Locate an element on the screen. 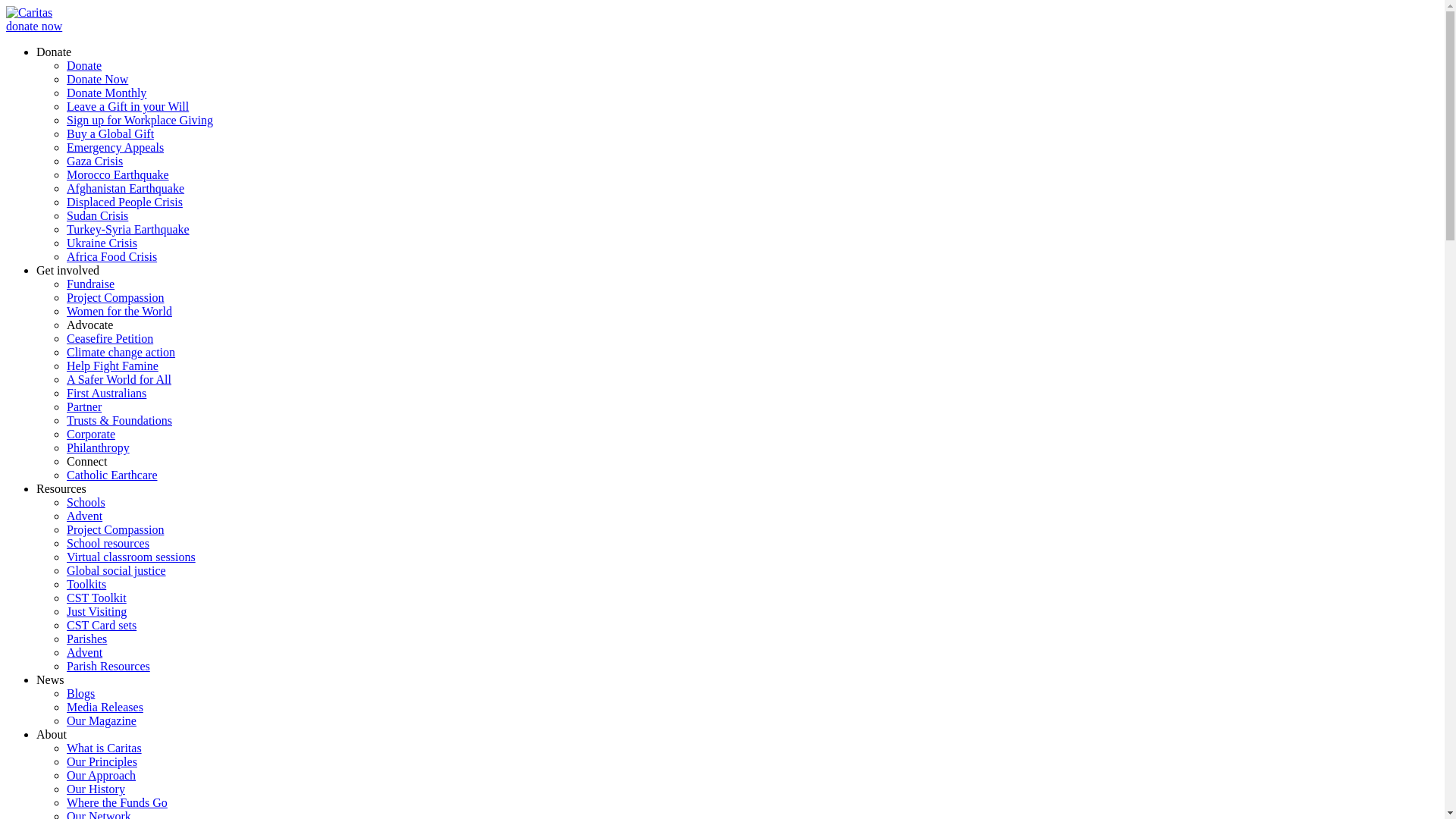  'Sign up for Workplace Giving' is located at coordinates (140, 119).